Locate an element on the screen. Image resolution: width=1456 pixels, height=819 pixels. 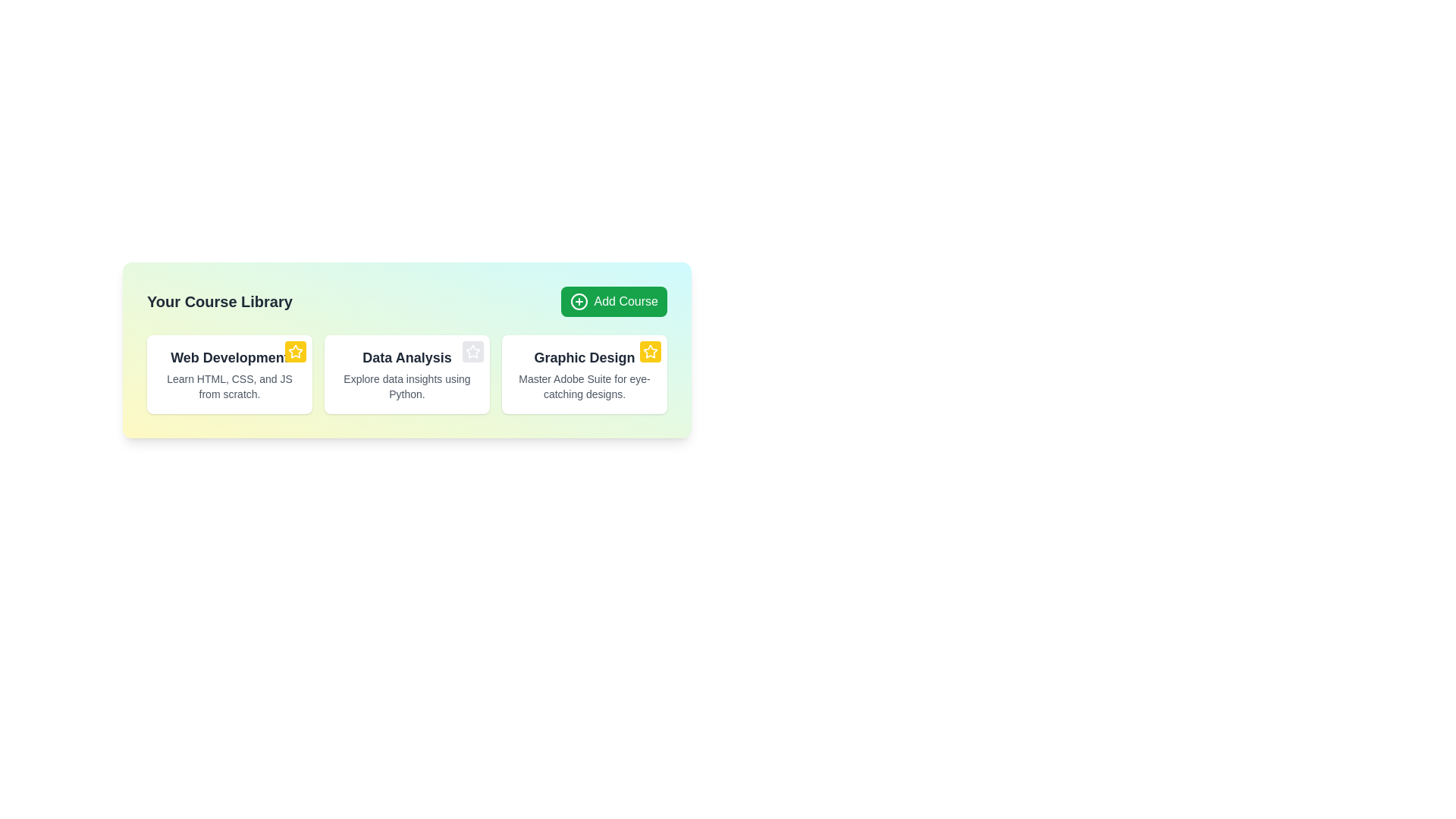
the text snippet displaying 'Explore data insights using Python.' located below the title 'Data Analysis' in the center card of the three-card layout to check for tooltips or additional interactions is located at coordinates (407, 385).